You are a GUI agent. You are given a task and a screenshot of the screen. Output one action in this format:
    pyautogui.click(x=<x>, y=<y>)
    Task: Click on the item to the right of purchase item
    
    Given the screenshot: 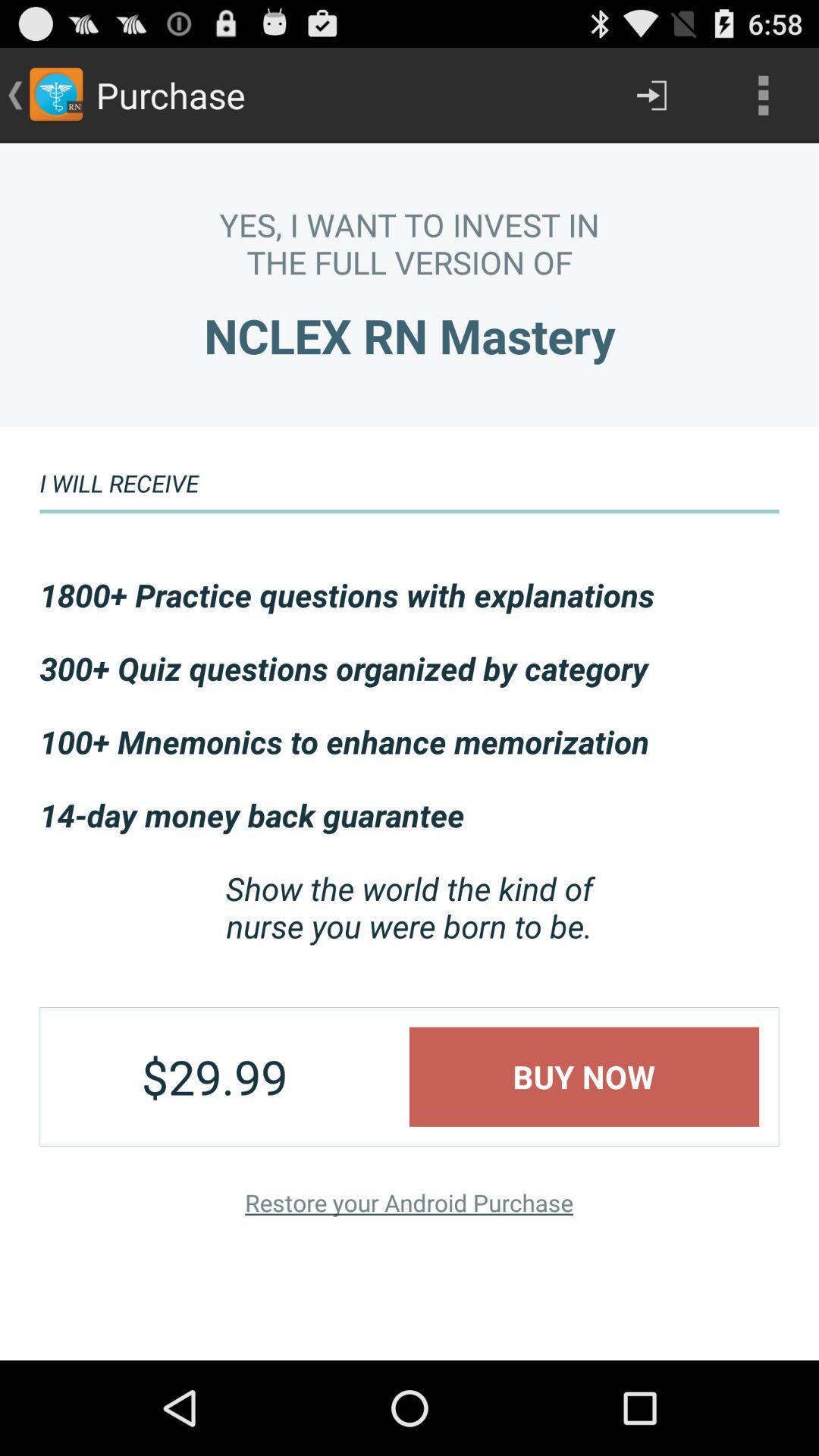 What is the action you would take?
    pyautogui.click(x=651, y=94)
    